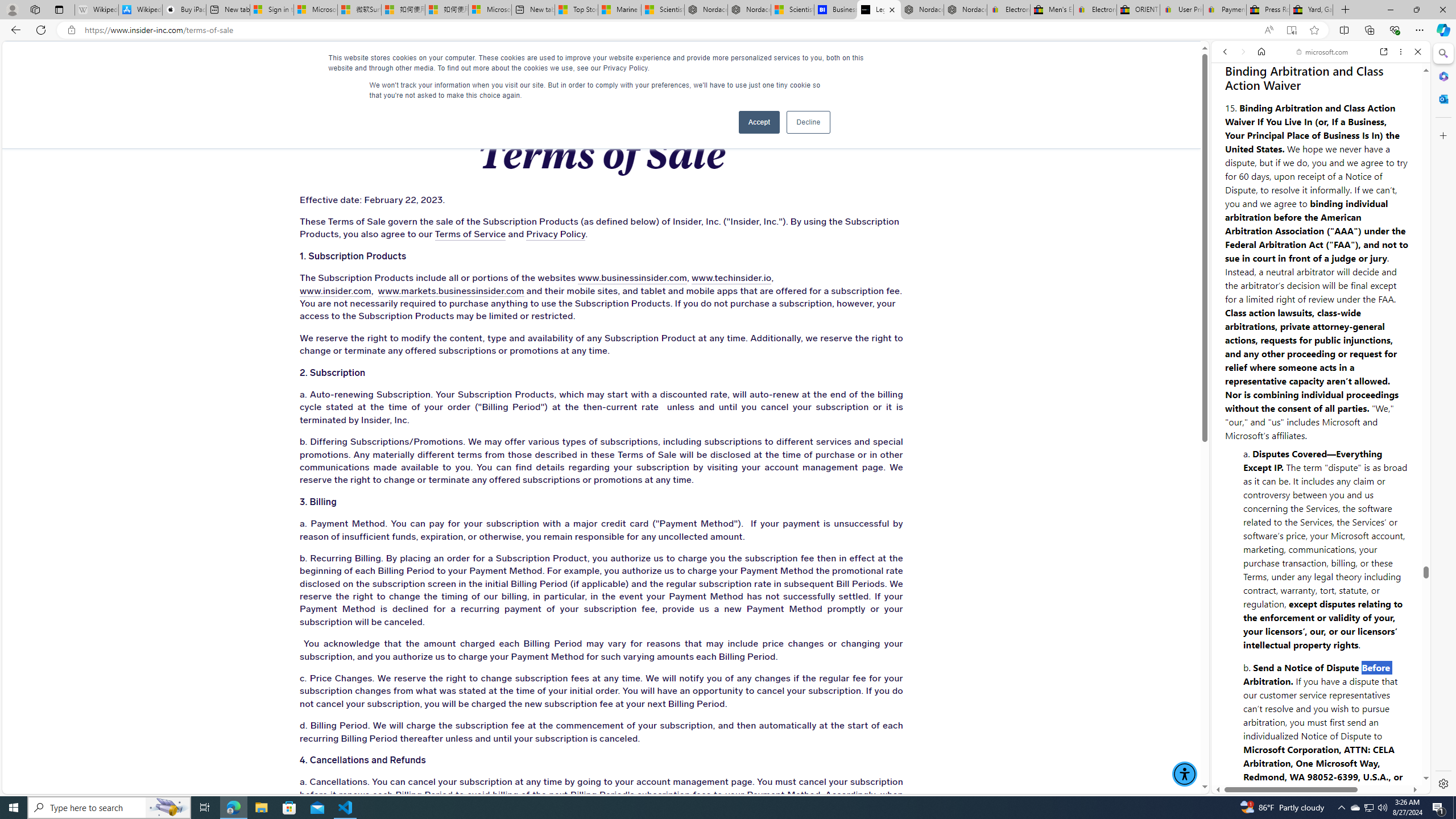  I want to click on 'Minimize Search pane', so click(1442, 53).